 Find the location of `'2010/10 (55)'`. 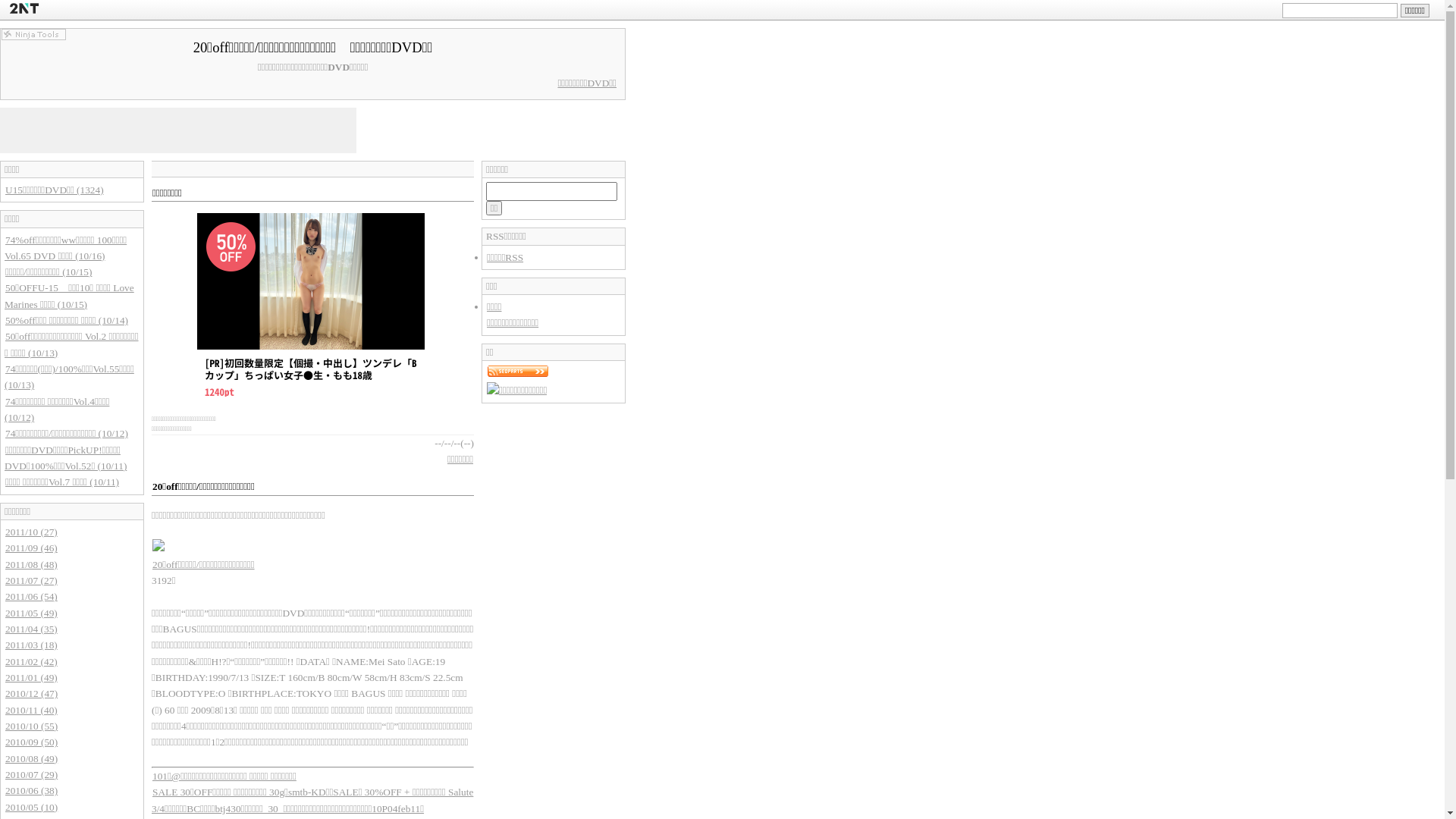

'2010/10 (55)' is located at coordinates (31, 725).